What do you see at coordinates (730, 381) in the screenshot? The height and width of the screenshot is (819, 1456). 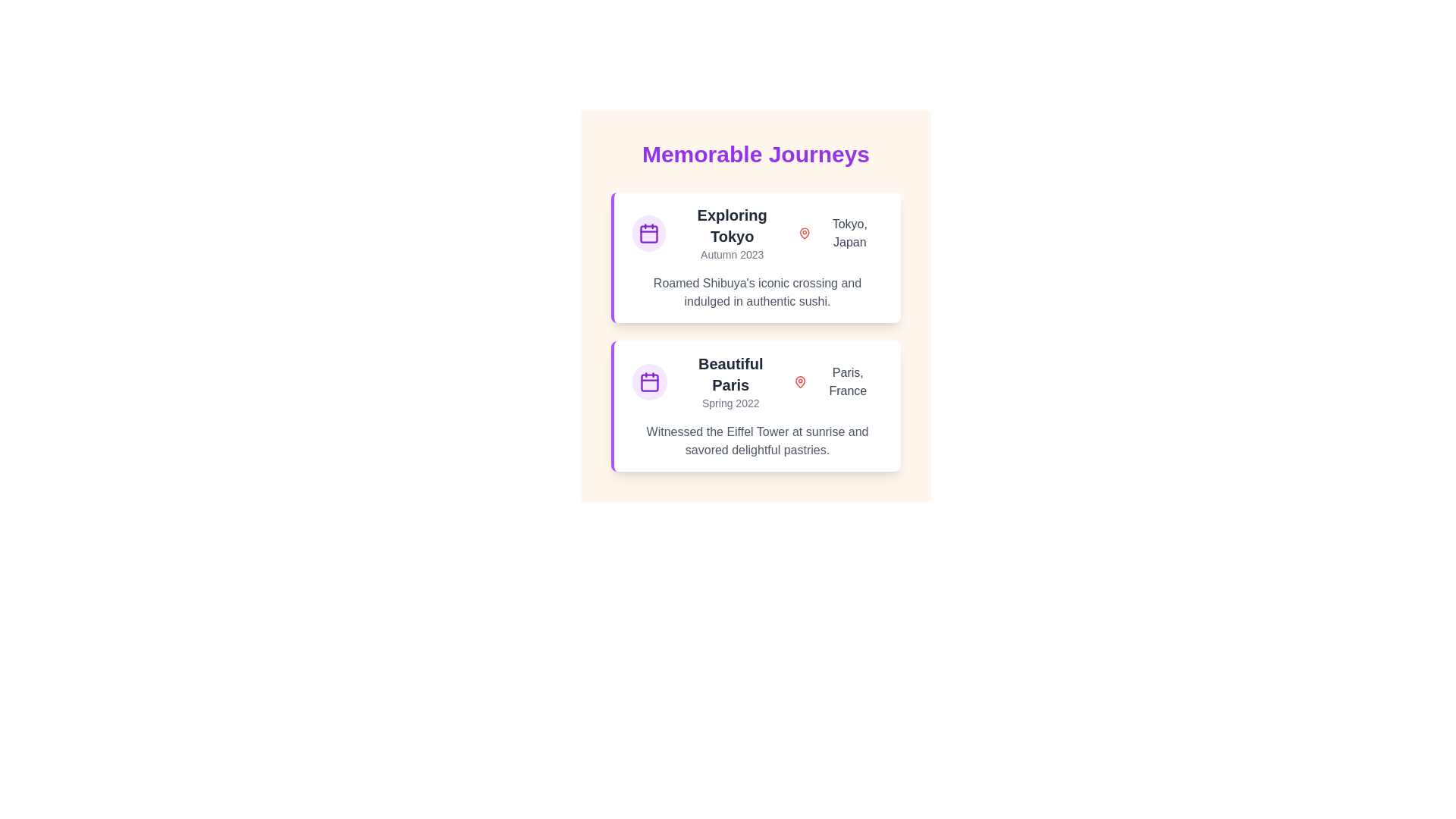 I see `the static text element displaying 'Beautiful Paris' and 'Spring 2022', located in the second card of the list under 'Memorable Journeys'` at bounding box center [730, 381].